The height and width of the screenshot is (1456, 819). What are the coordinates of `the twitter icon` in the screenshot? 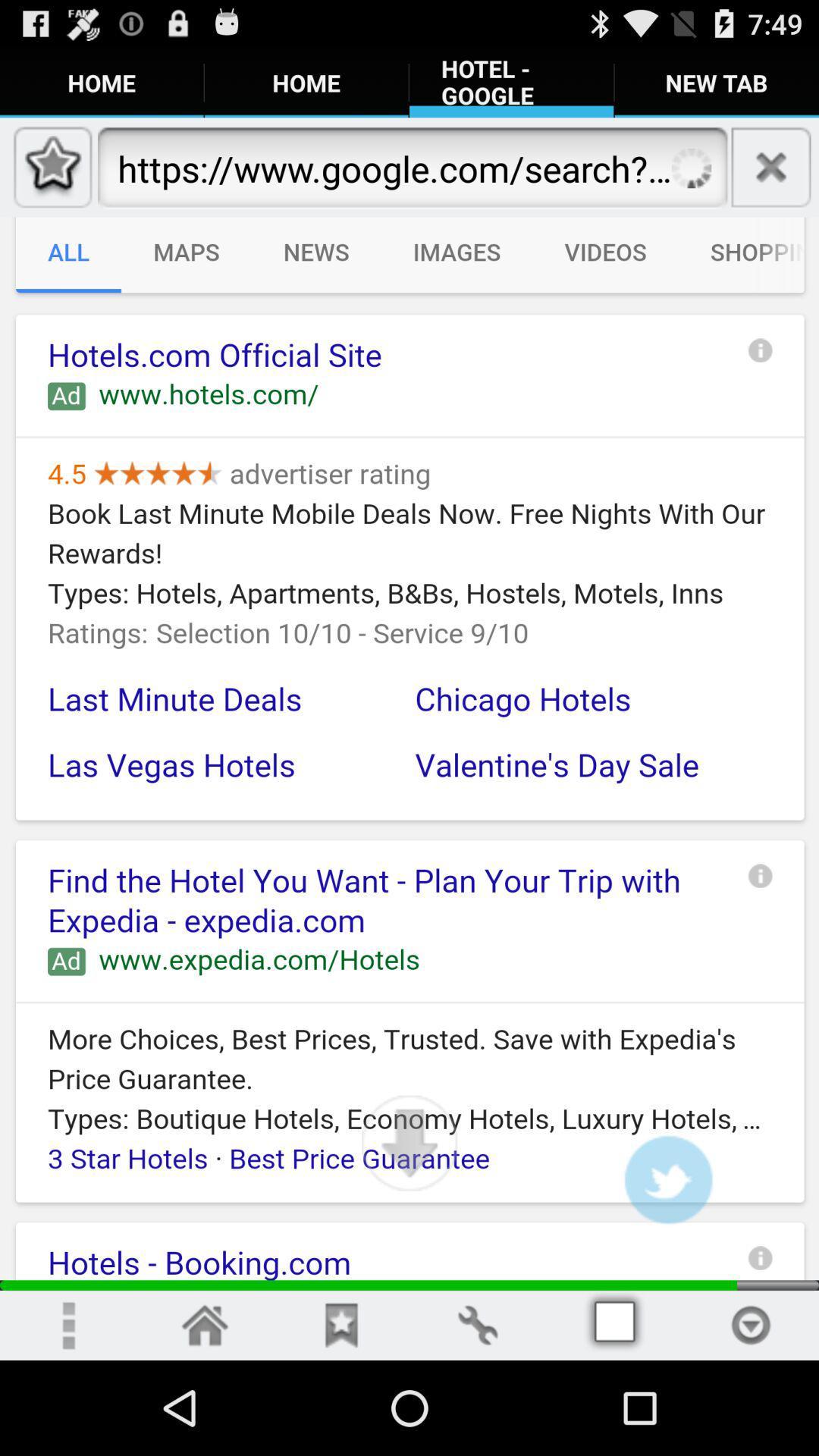 It's located at (667, 1263).